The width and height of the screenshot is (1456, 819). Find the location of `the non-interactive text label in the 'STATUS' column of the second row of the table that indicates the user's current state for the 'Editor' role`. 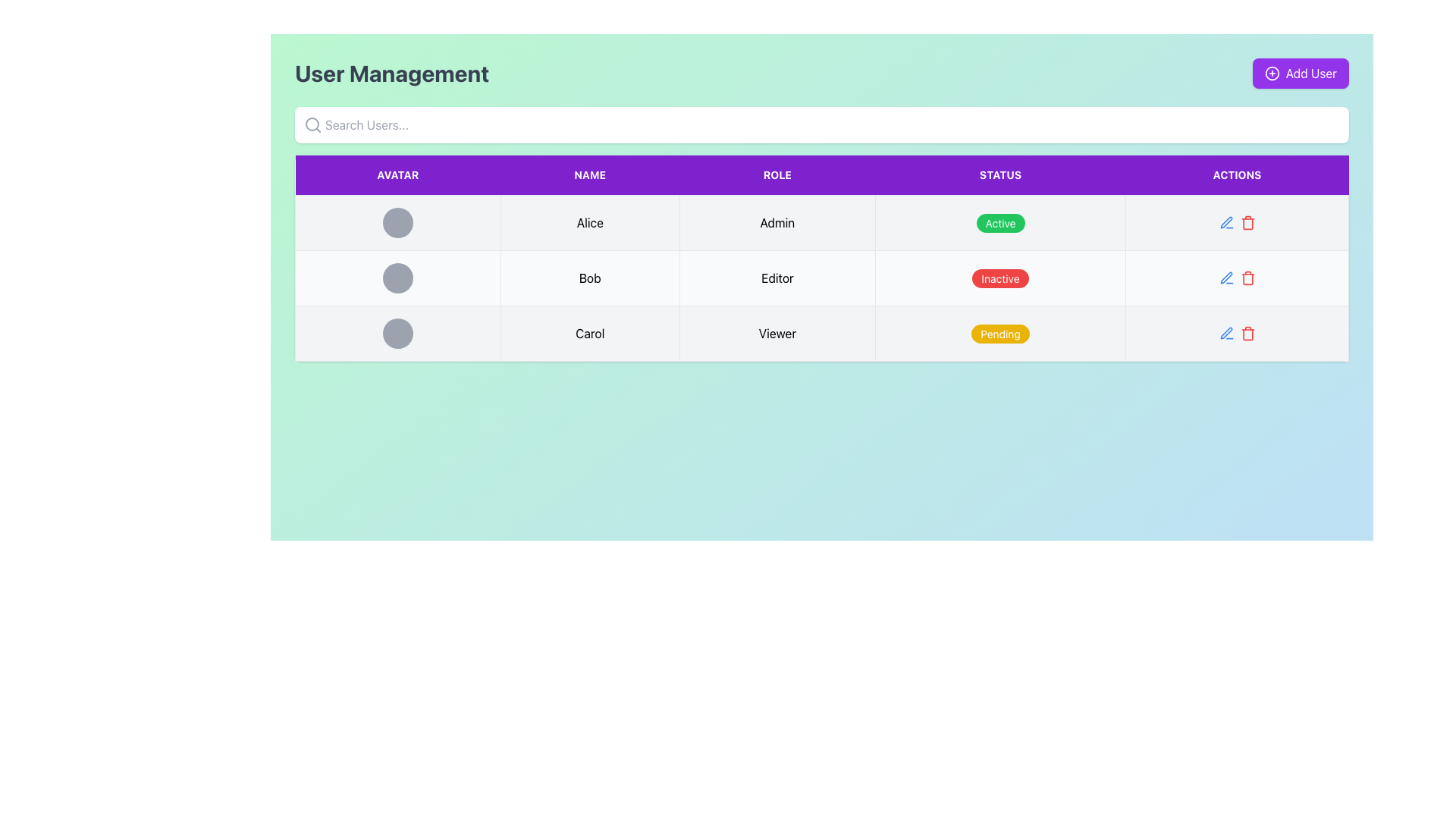

the non-interactive text label in the 'STATUS' column of the second row of the table that indicates the user's current state for the 'Editor' role is located at coordinates (1000, 278).